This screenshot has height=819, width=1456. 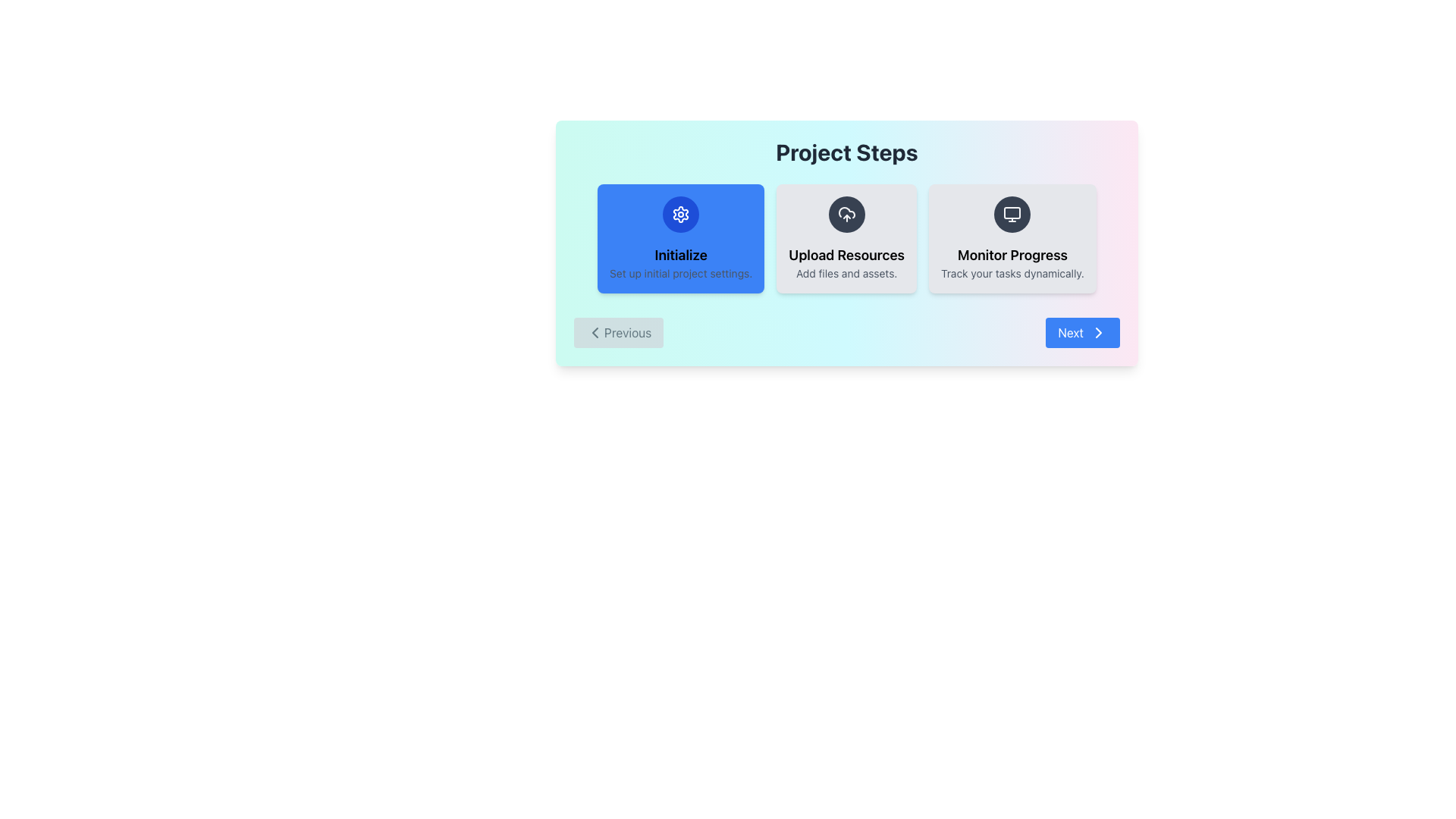 I want to click on the 'Initialize' text block element, which is the first card in the 'Project Steps' section, so click(x=680, y=262).